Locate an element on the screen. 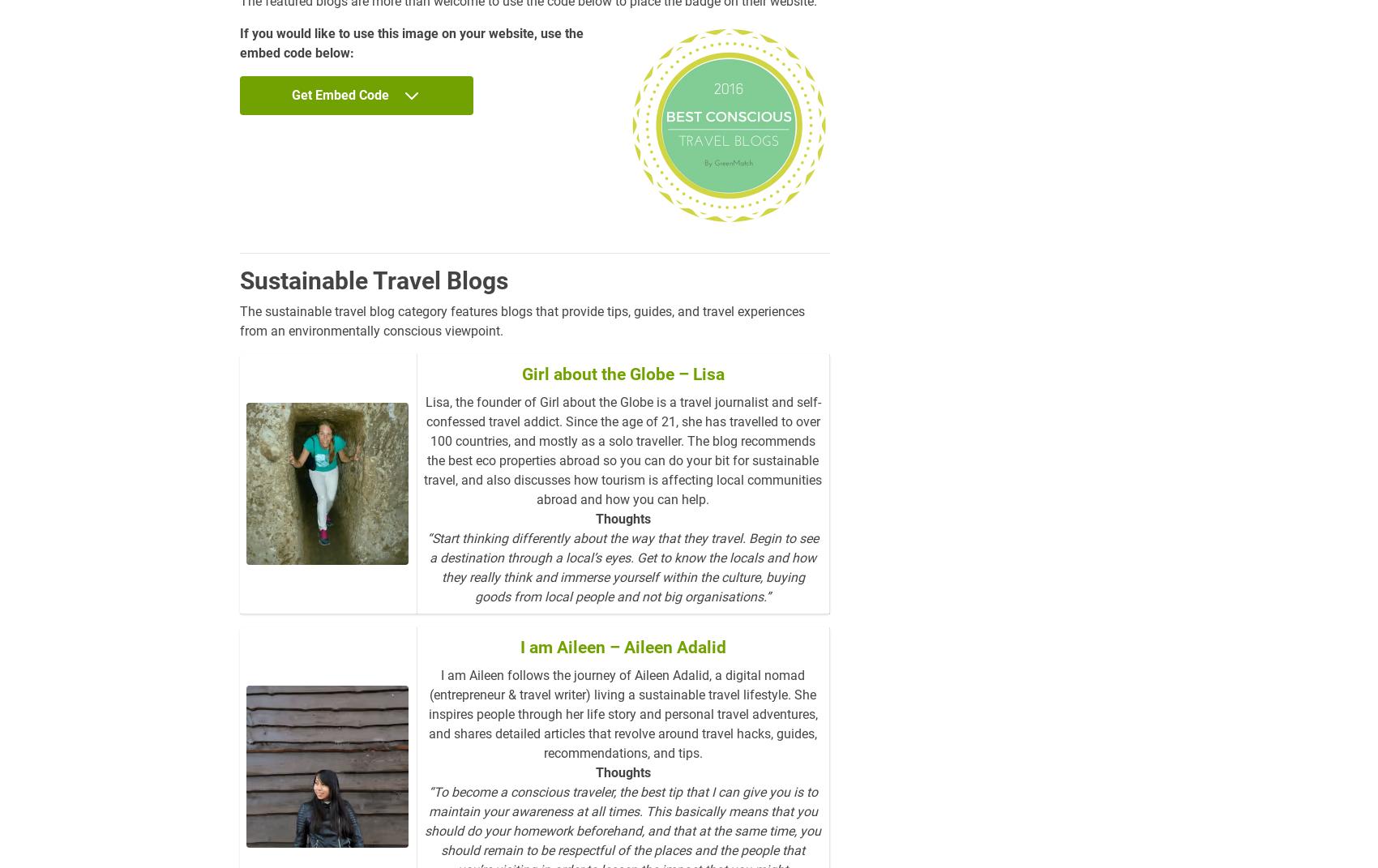 This screenshot has height=868, width=1378. 'Get Embed Code' is located at coordinates (340, 95).